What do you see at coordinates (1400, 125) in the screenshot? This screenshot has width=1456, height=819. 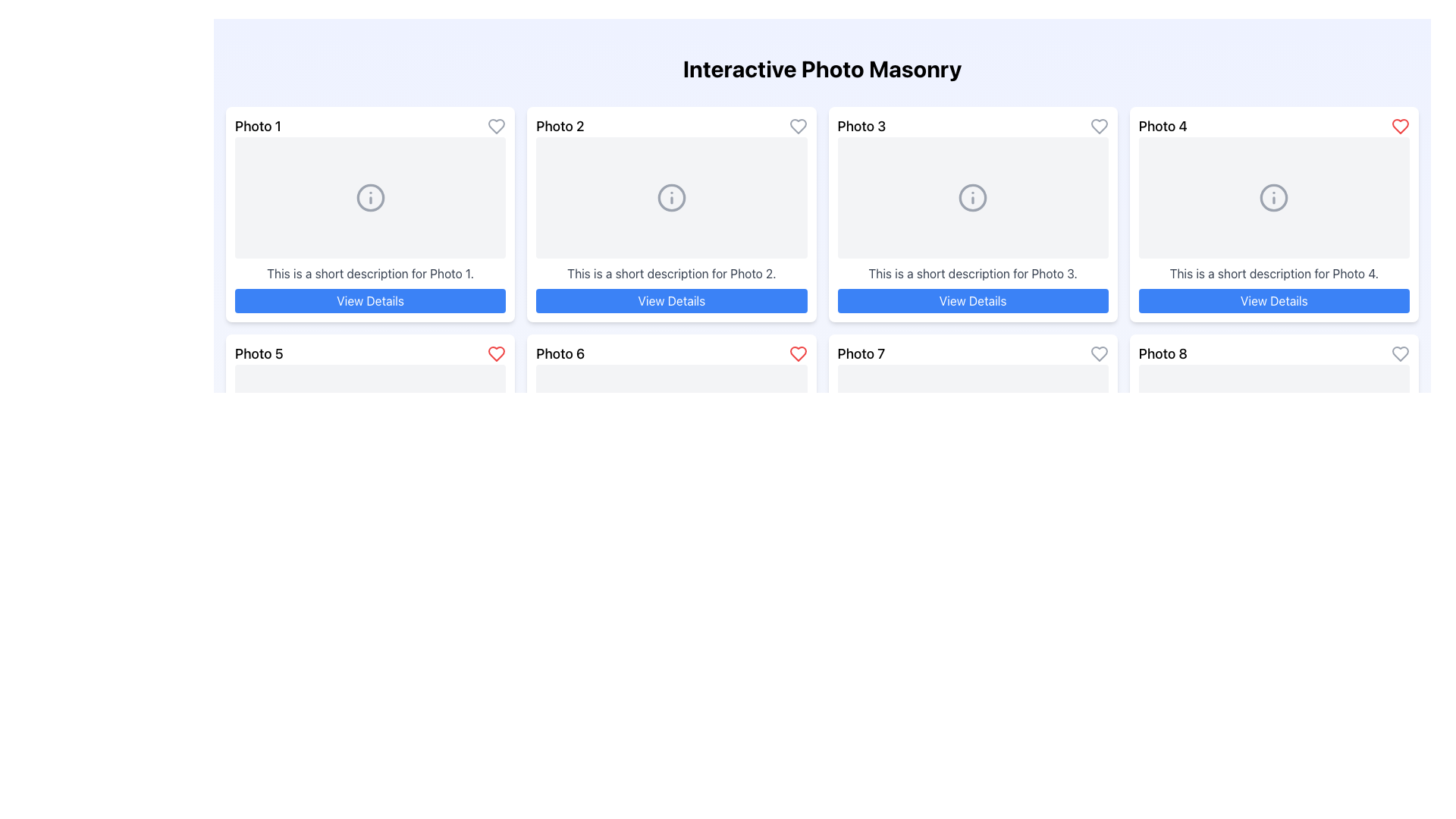 I see `the 'like' icon button located in the top-right corner of the 'Photo 4' card` at bounding box center [1400, 125].